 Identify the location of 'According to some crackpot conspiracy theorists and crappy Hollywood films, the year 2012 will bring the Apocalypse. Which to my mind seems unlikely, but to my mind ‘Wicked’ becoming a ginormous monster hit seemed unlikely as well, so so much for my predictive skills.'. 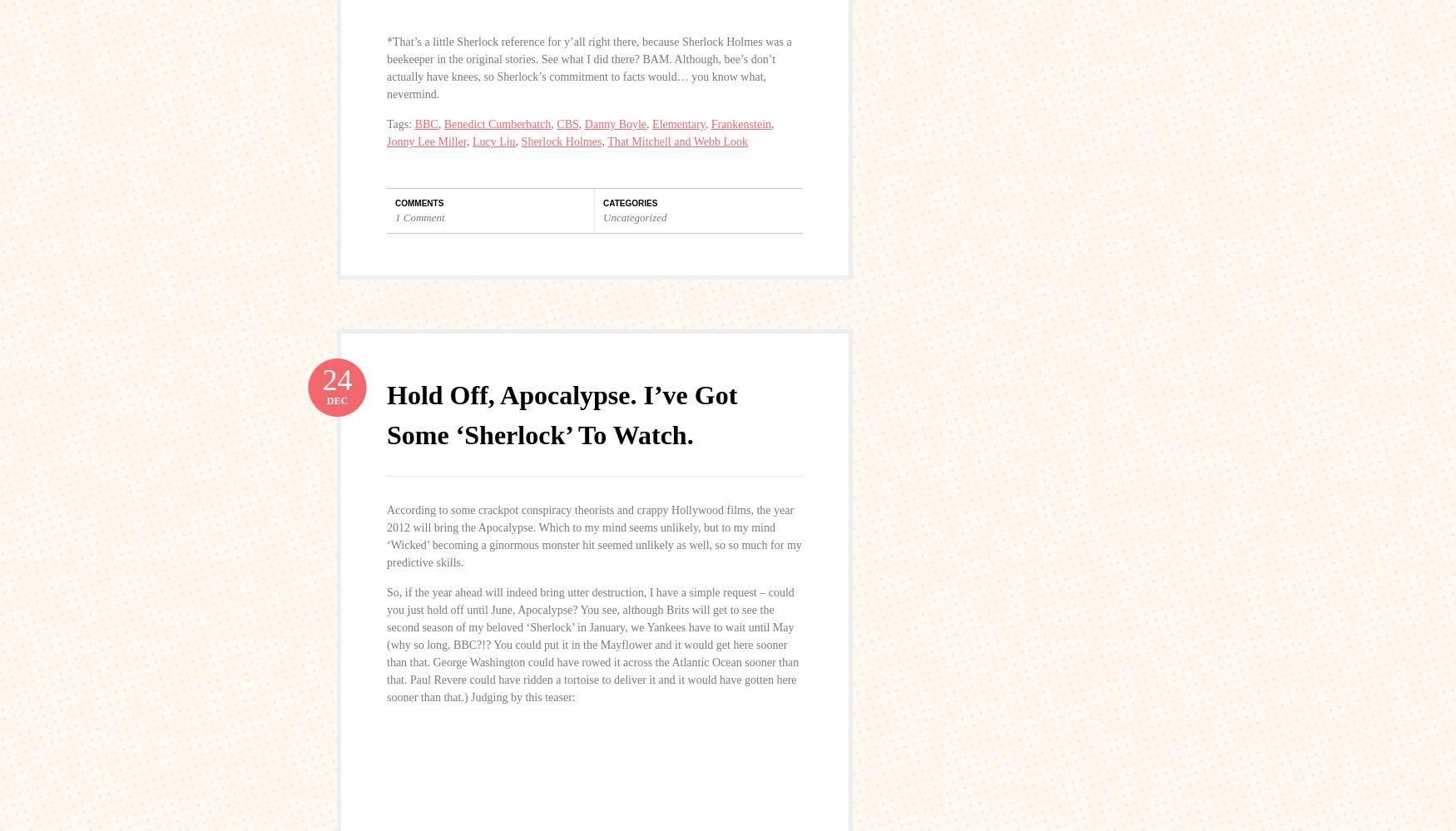
(594, 534).